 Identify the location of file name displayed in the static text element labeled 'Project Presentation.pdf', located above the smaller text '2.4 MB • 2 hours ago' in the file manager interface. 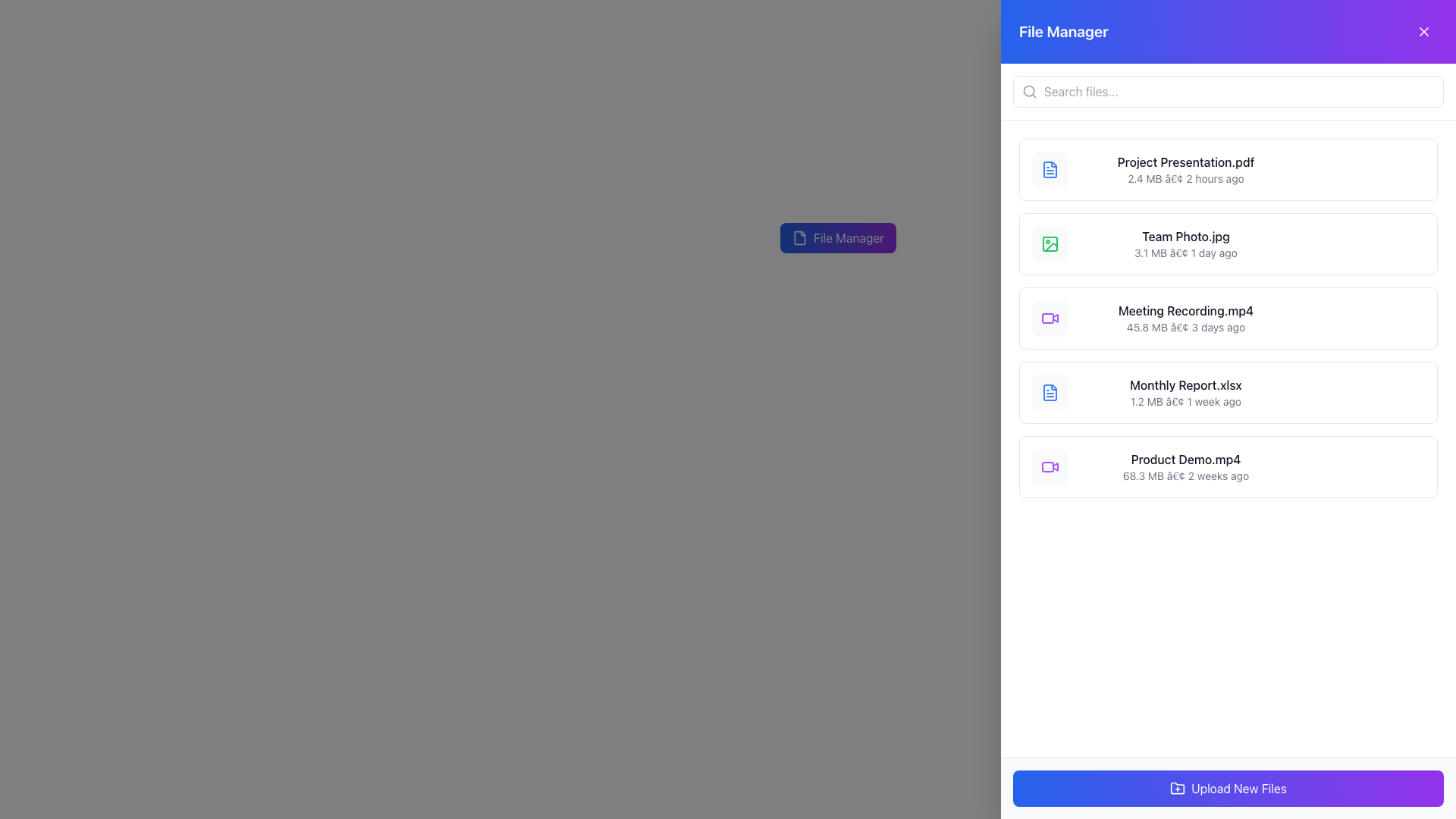
(1185, 162).